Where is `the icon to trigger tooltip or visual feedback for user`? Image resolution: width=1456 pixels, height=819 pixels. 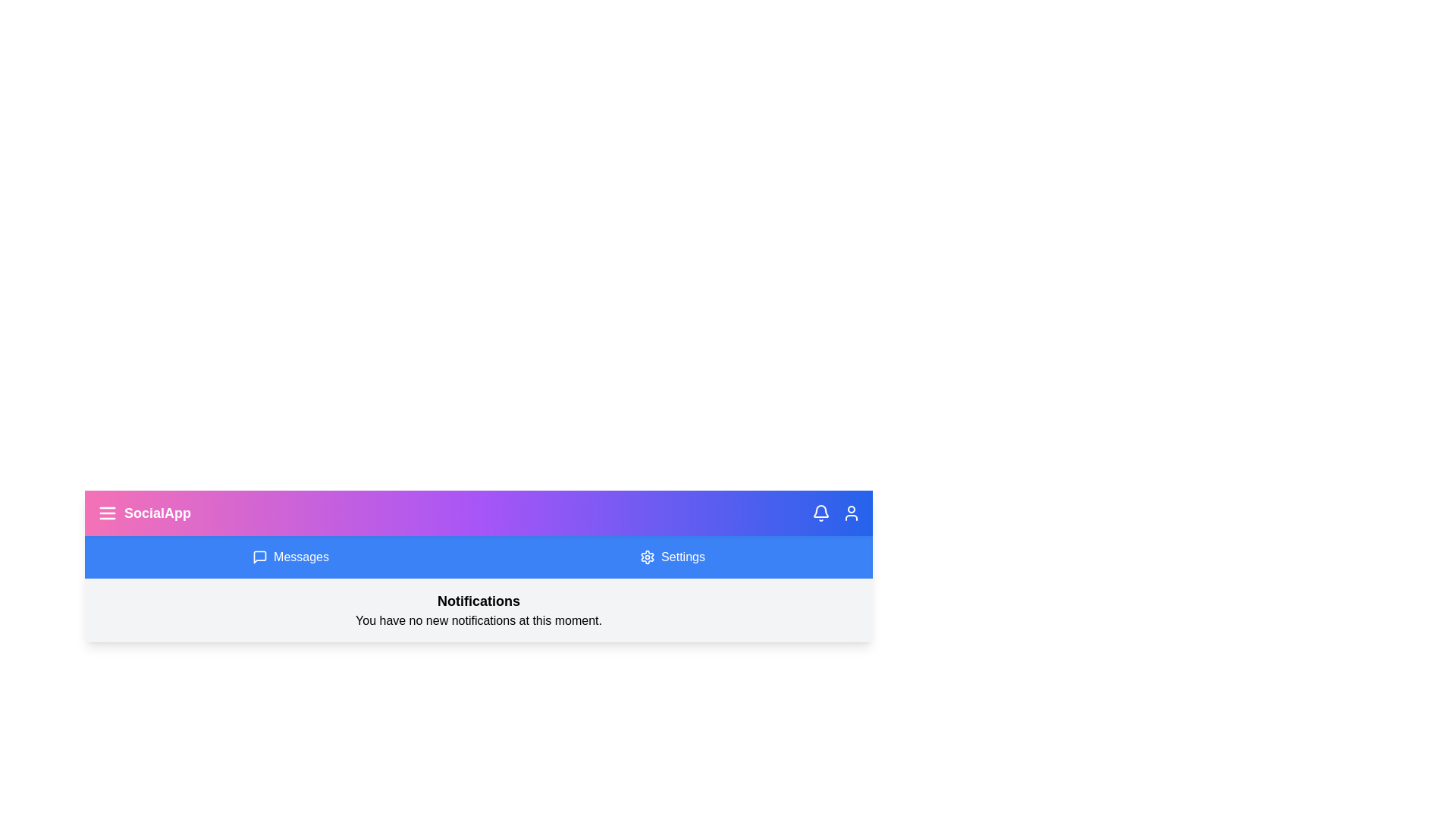 the icon to trigger tooltip or visual feedback for user is located at coordinates (852, 513).